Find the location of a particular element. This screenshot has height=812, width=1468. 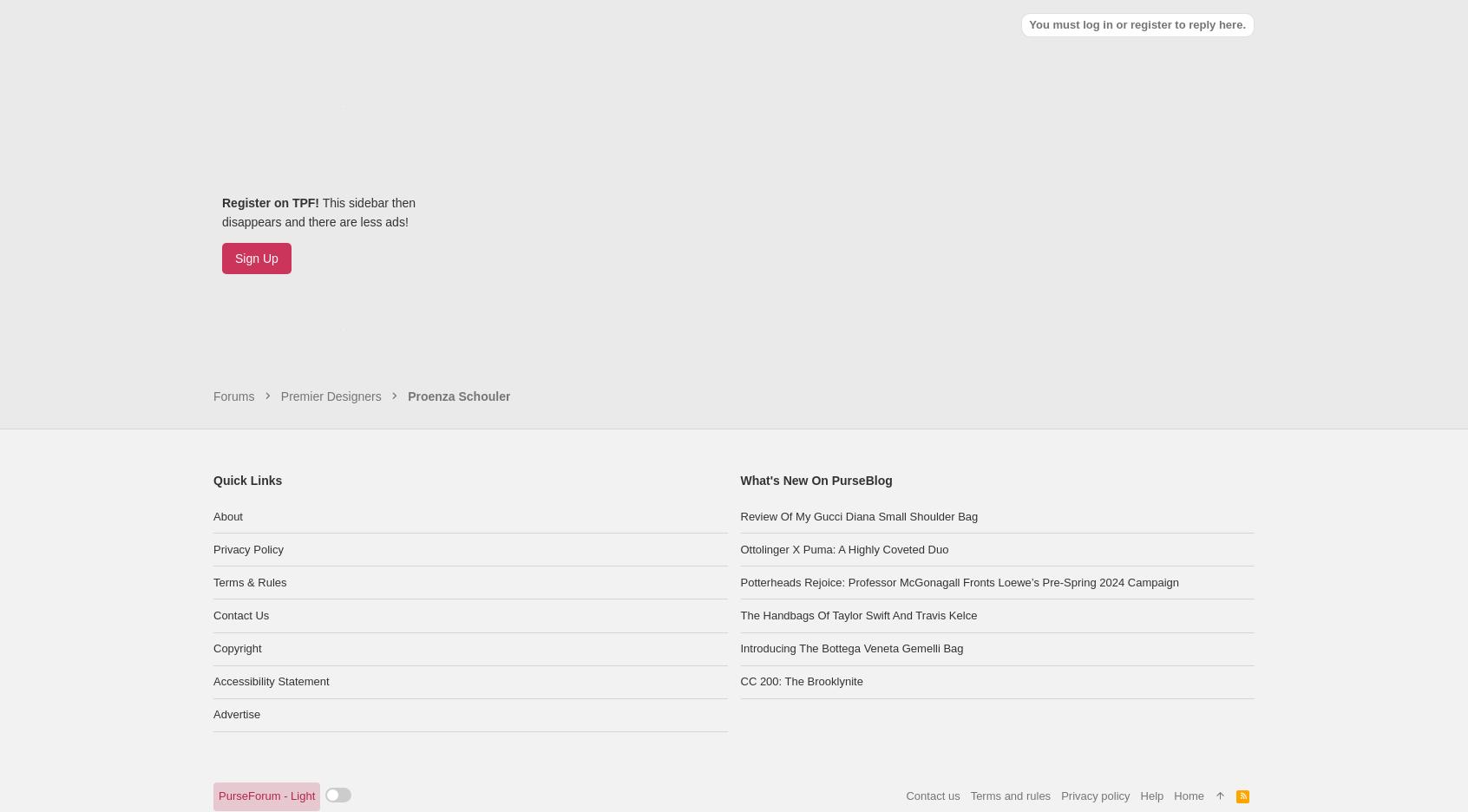

'Help' is located at coordinates (1150, 709).